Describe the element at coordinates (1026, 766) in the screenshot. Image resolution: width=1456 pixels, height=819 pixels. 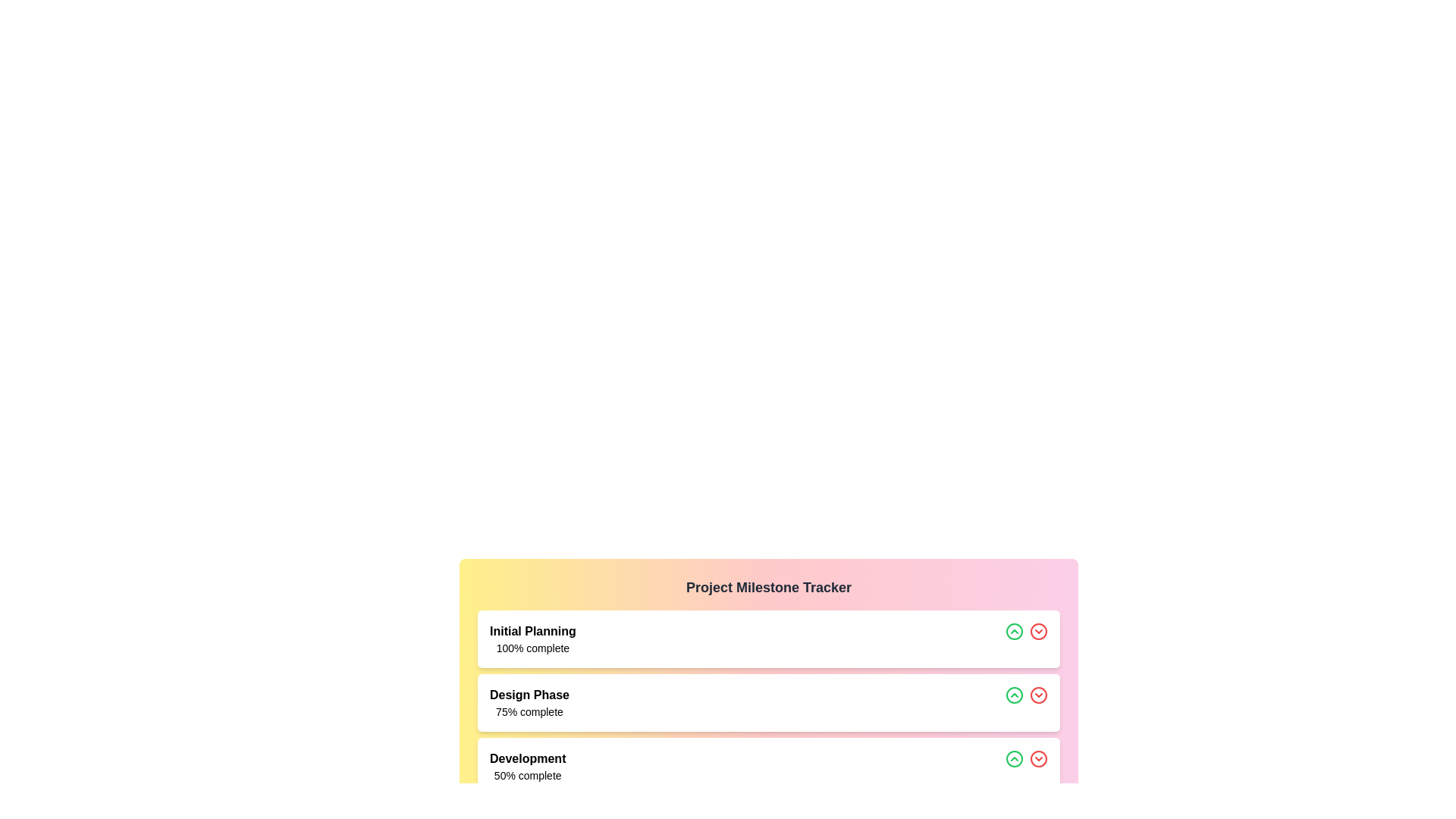
I see `the upward chevron icon button, which is part of a pair of circular buttons located at the far right of the 'Development 50% complete' row` at that location.